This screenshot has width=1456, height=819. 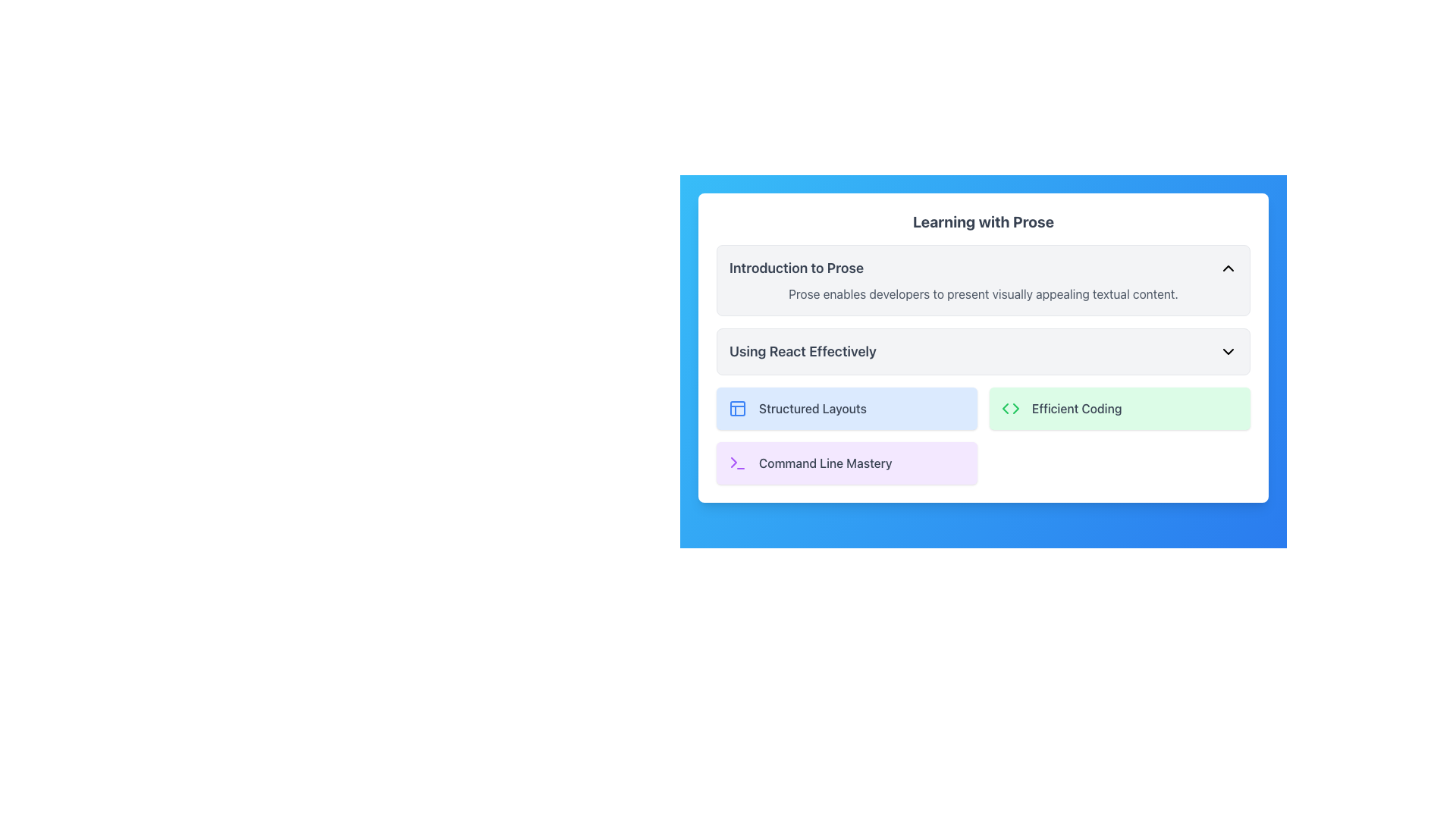 What do you see at coordinates (1005, 408) in the screenshot?
I see `the leftmost directional vector graphic icon within the 'Efficient Coding' section` at bounding box center [1005, 408].